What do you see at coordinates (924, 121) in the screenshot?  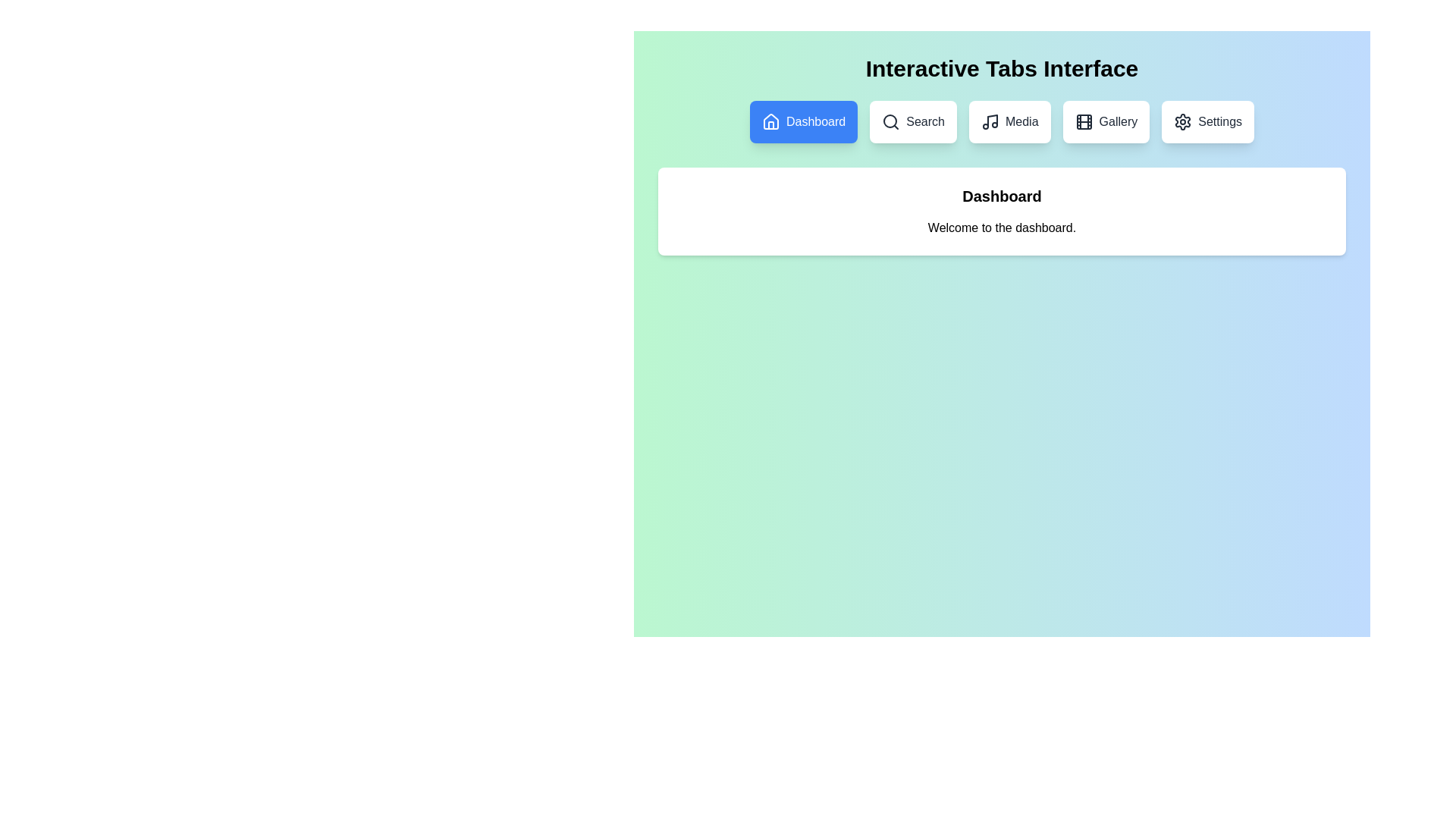 I see `static text label indicating the purpose of the search button, which is located in the navigation bar and displays the text 'Search'` at bounding box center [924, 121].